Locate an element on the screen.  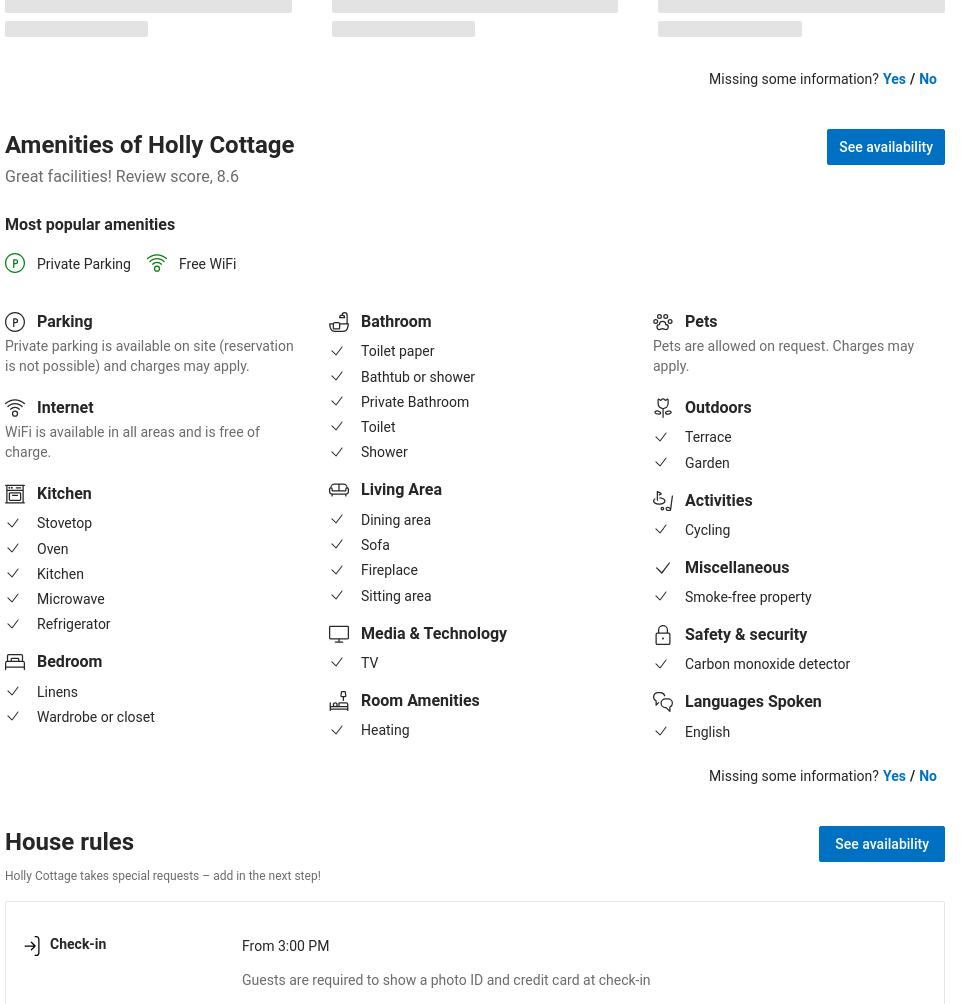
'Holly Cottage takes special requests – add in the next step!' is located at coordinates (161, 874).